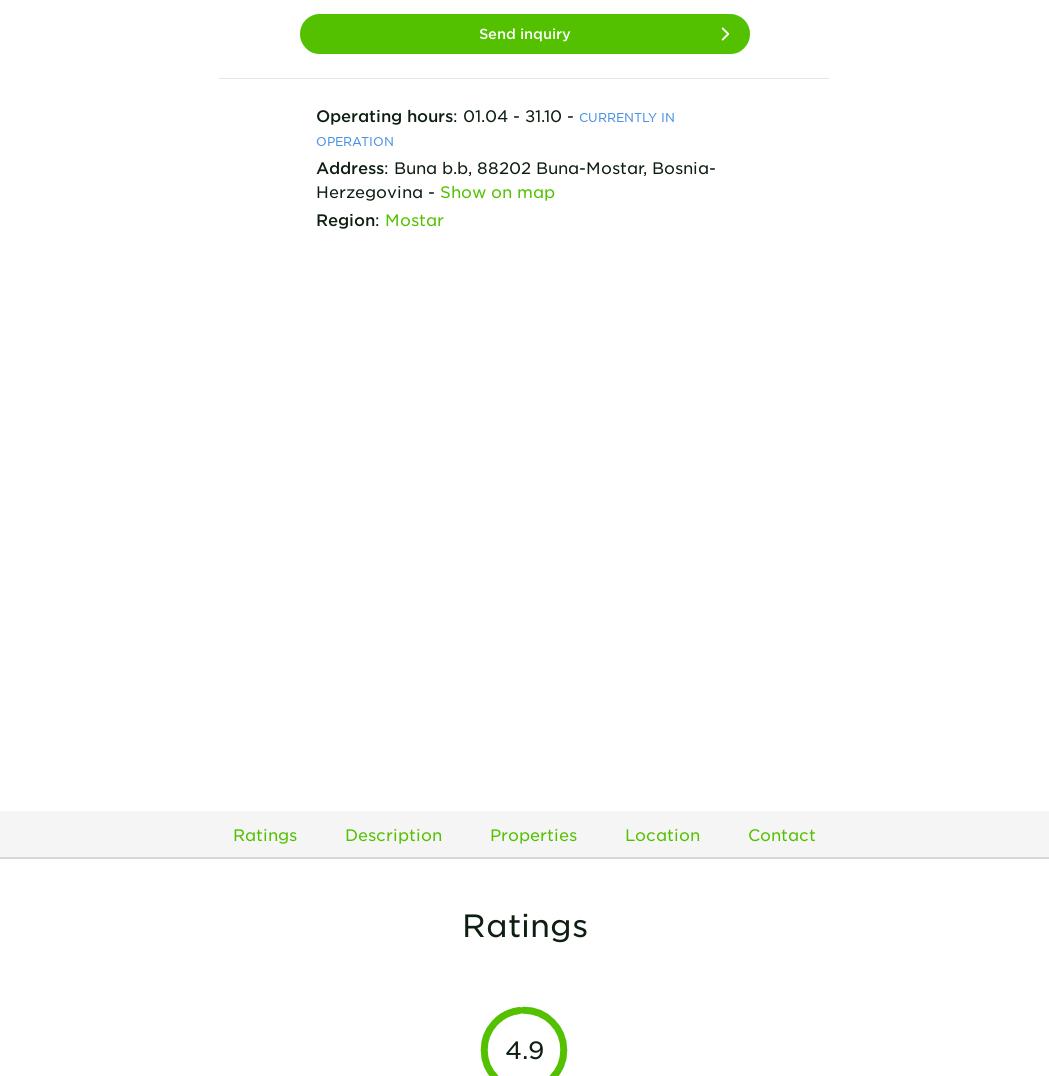 Image resolution: width=1049 pixels, height=1076 pixels. I want to click on 'Description', so click(393, 832).